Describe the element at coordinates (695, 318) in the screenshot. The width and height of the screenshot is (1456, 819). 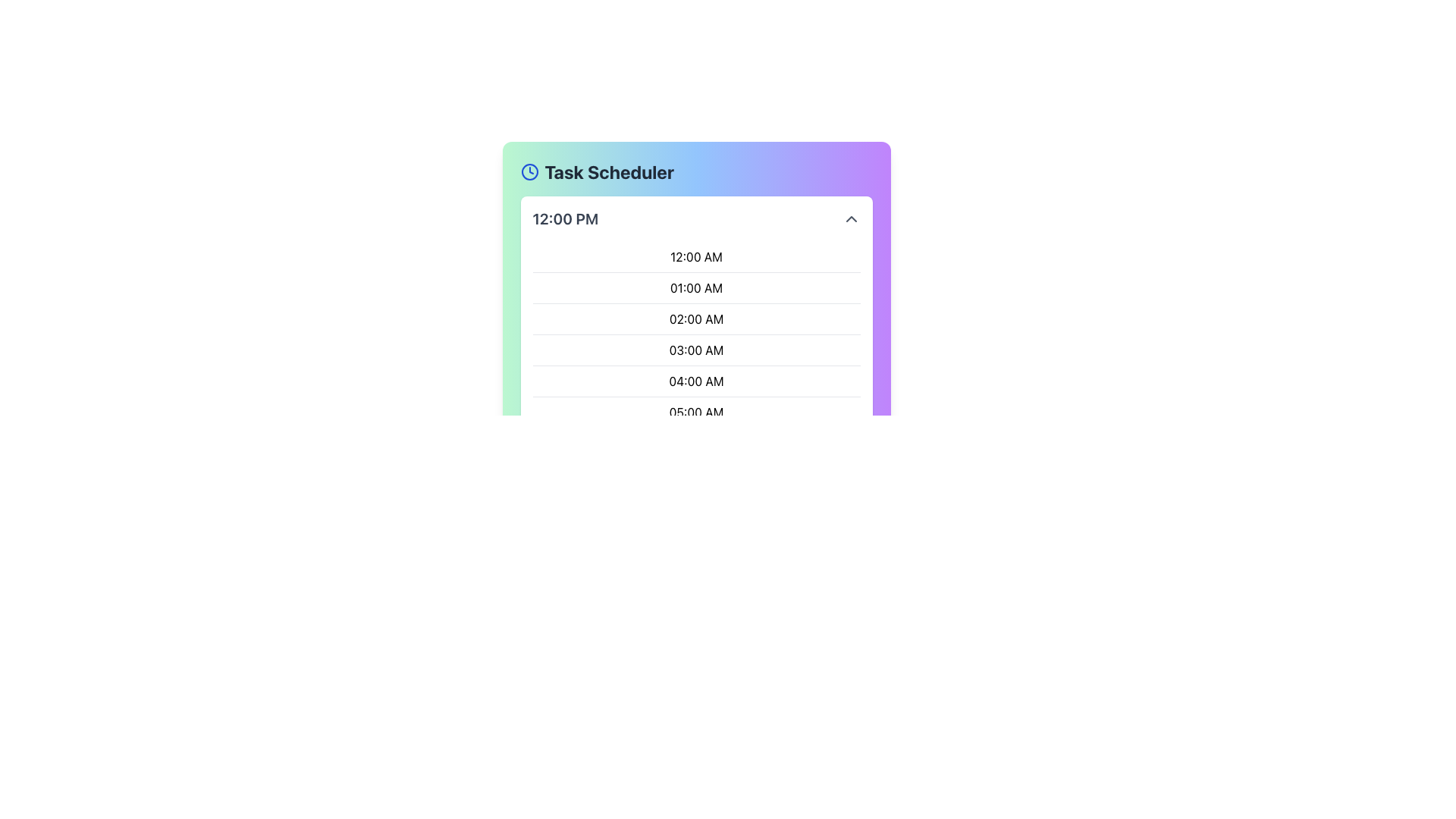
I see `the list item displaying '02:00 AM', which is the third entry in a vertically stacked list of time slots` at that location.